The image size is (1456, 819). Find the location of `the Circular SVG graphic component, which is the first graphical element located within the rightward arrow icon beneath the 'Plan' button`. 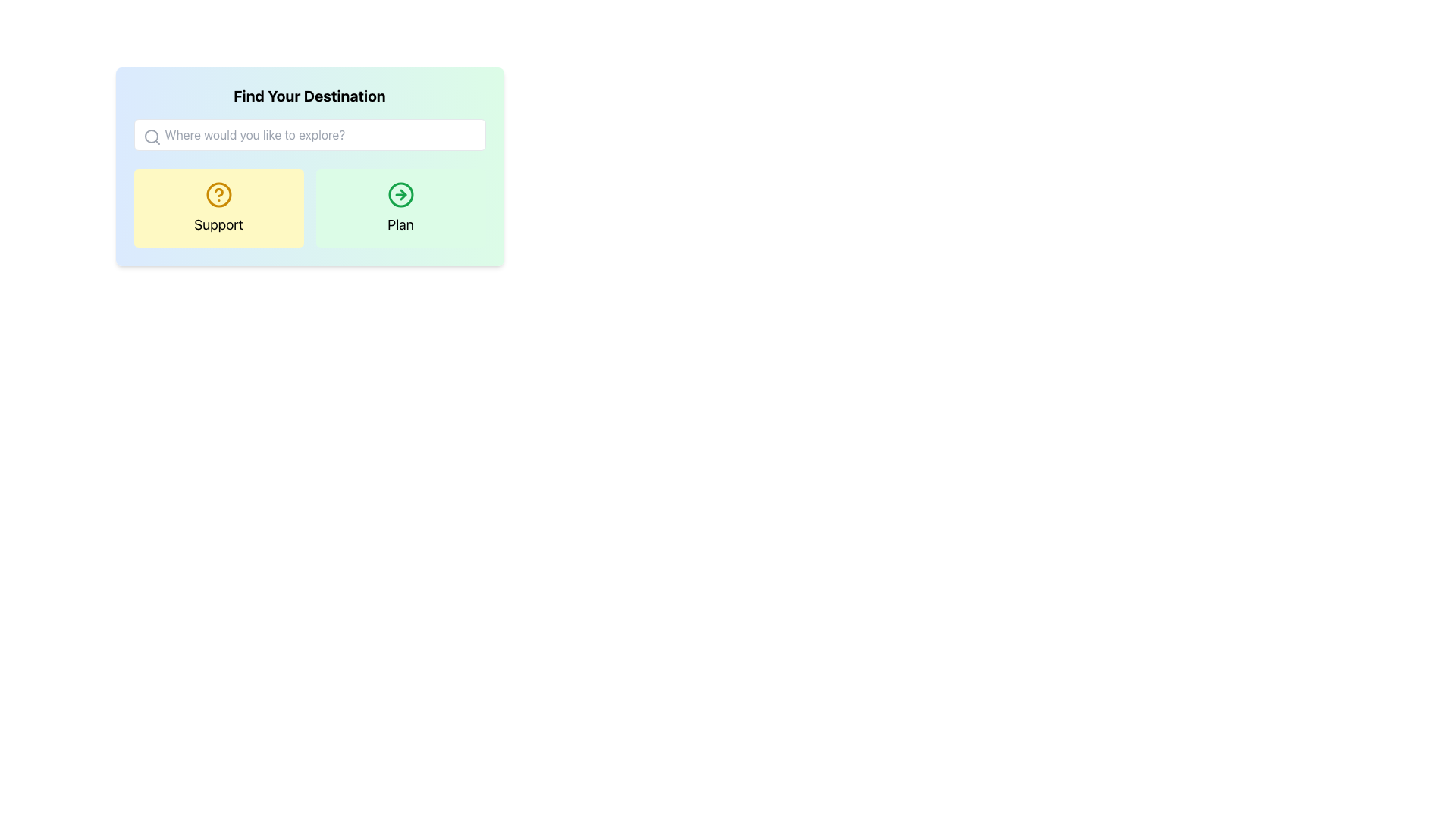

the Circular SVG graphic component, which is the first graphical element located within the rightward arrow icon beneath the 'Plan' button is located at coordinates (400, 194).